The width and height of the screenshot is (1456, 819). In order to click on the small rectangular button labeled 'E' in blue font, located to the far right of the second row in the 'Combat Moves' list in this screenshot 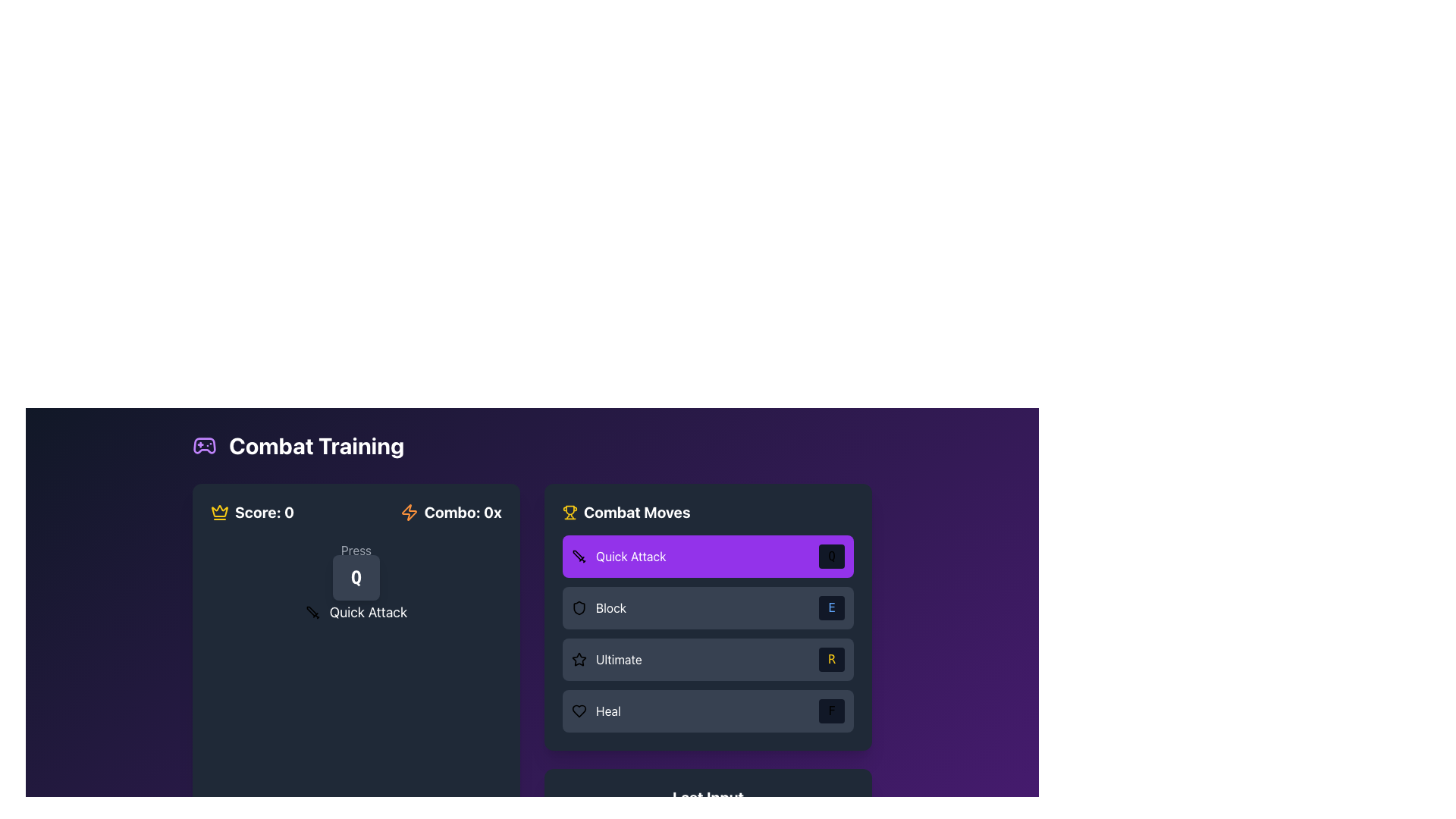, I will do `click(831, 607)`.